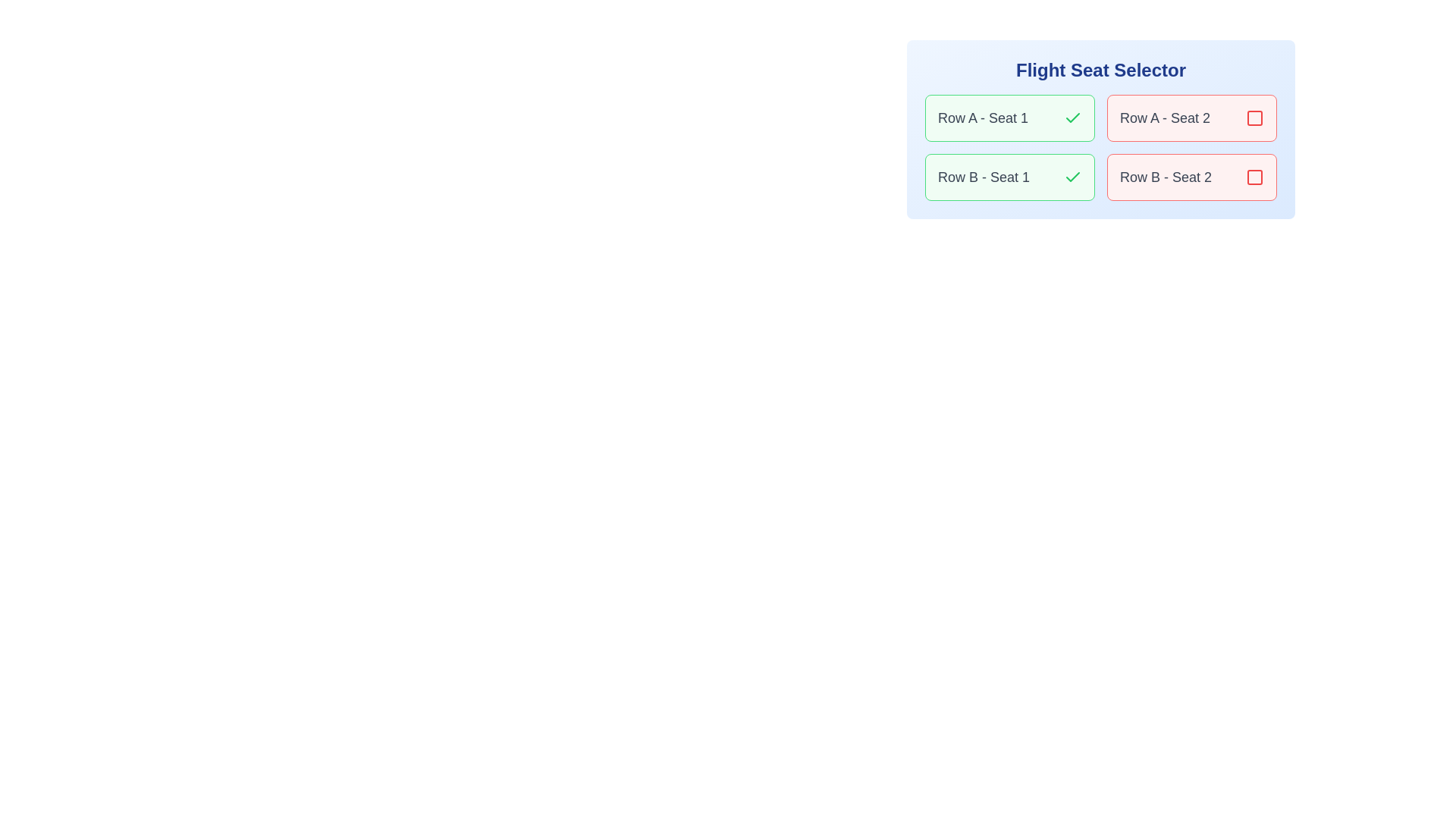 This screenshot has height=819, width=1456. I want to click on the text label displaying 'Row A - Seat 1', which provides identification for the seat in the grid layout, so click(983, 117).